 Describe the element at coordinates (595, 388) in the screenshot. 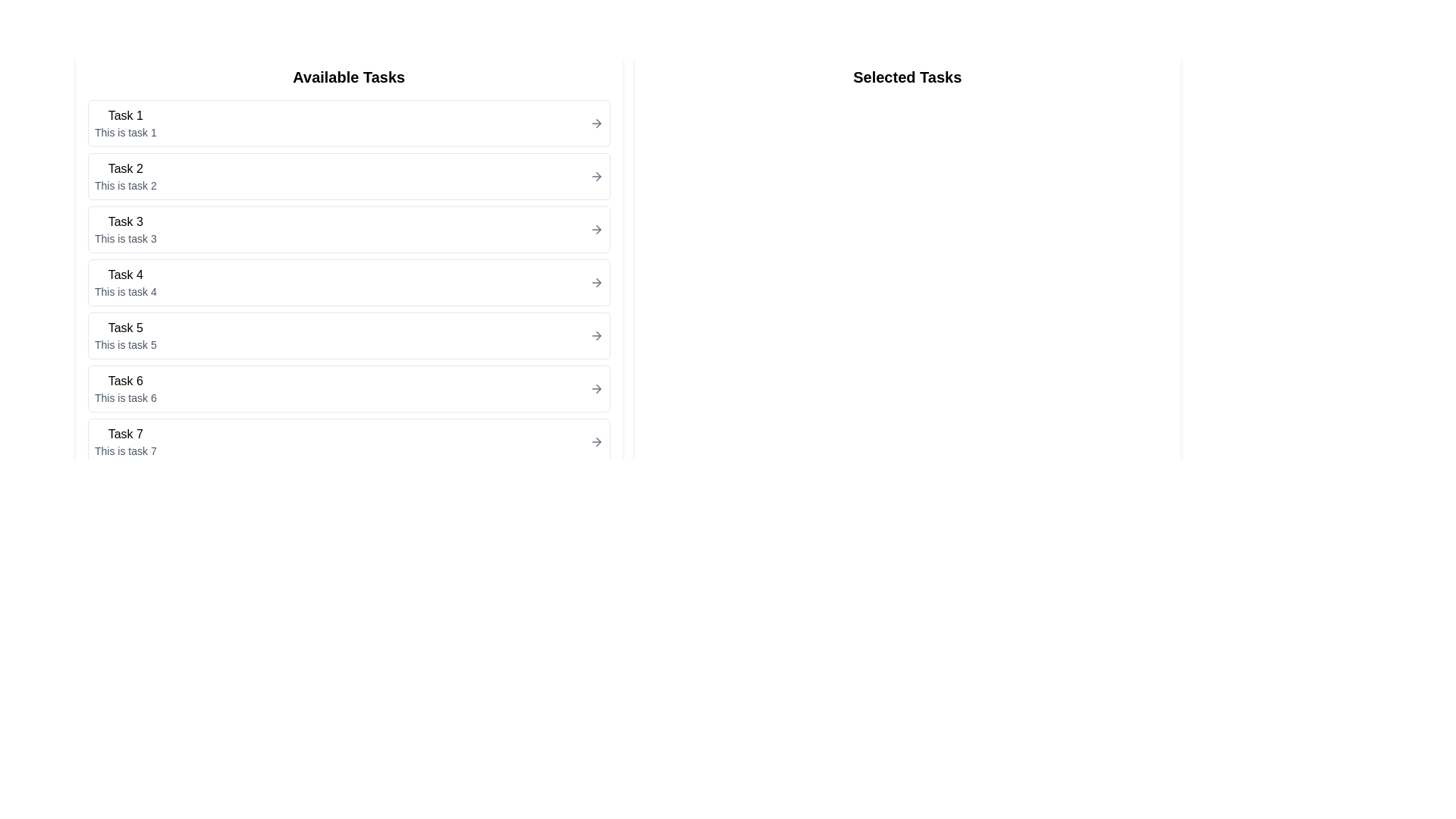

I see `the right-facing arrow icon with a gray outline located at the end of the 'Task 6' list item in the 'Available Tasks' section` at that location.